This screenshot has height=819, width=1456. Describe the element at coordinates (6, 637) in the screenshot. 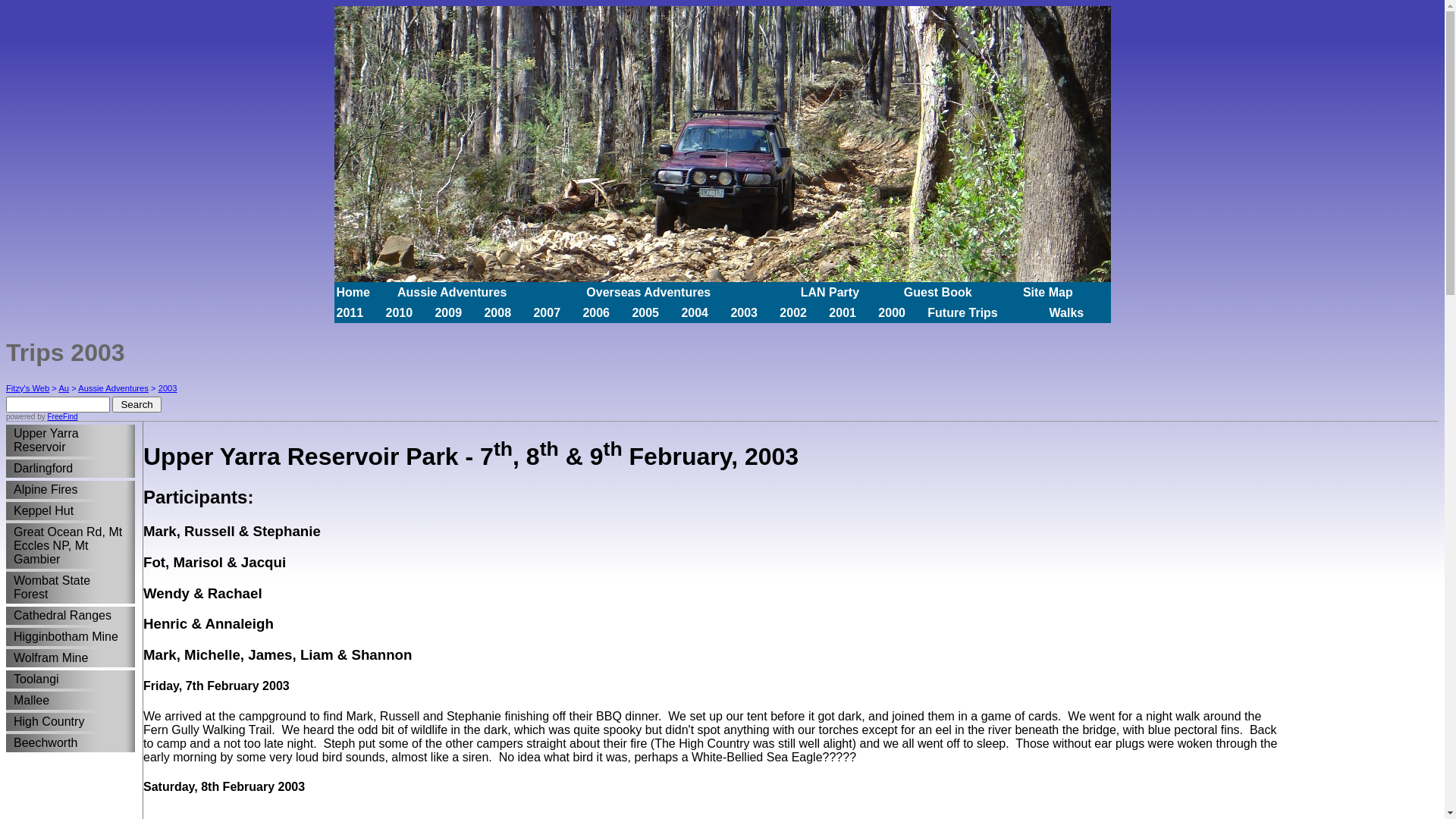

I see `'Higginbotham Mine'` at that location.